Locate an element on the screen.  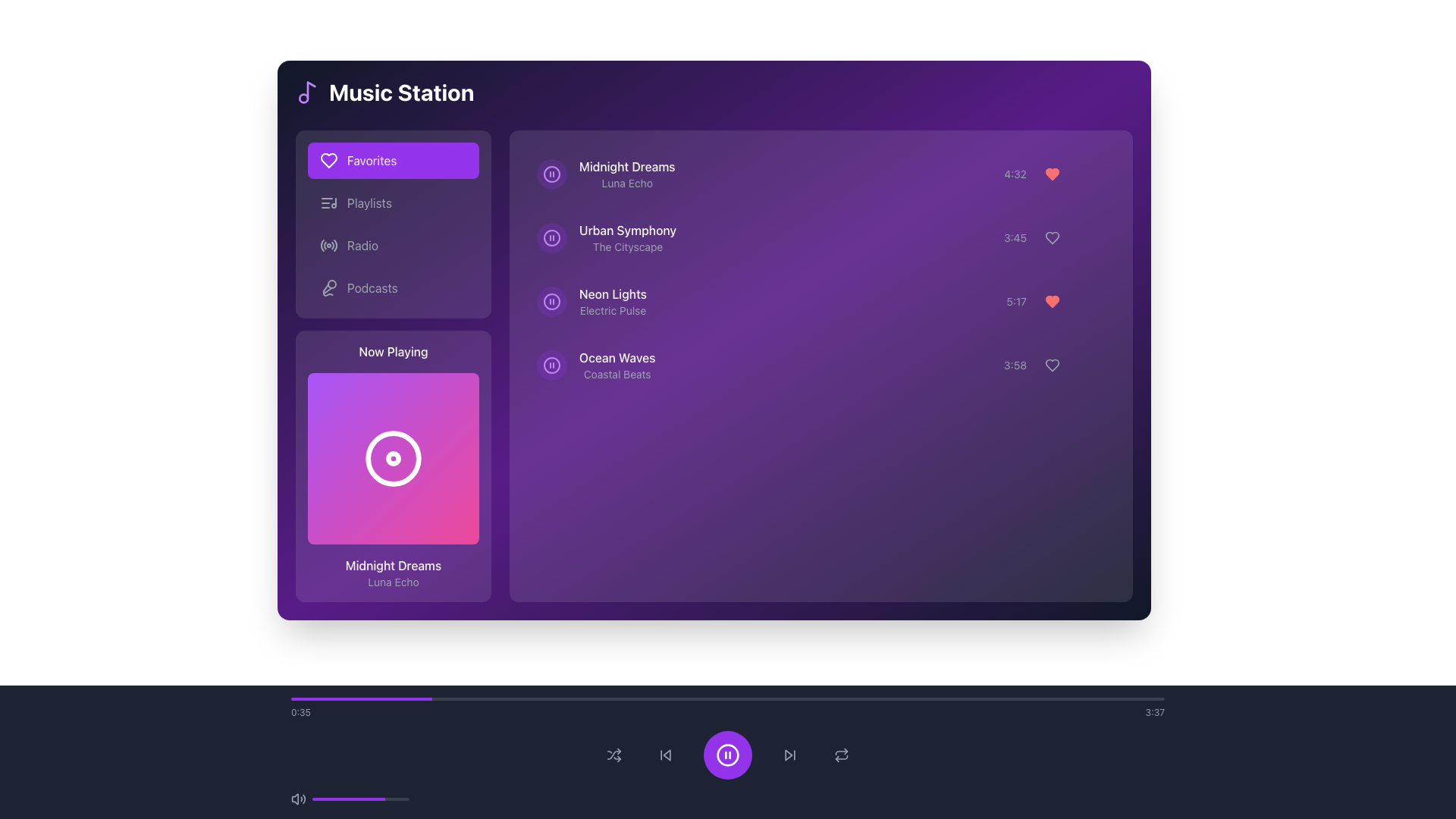
the second music track in the 'Music Station' section is located at coordinates (821, 237).